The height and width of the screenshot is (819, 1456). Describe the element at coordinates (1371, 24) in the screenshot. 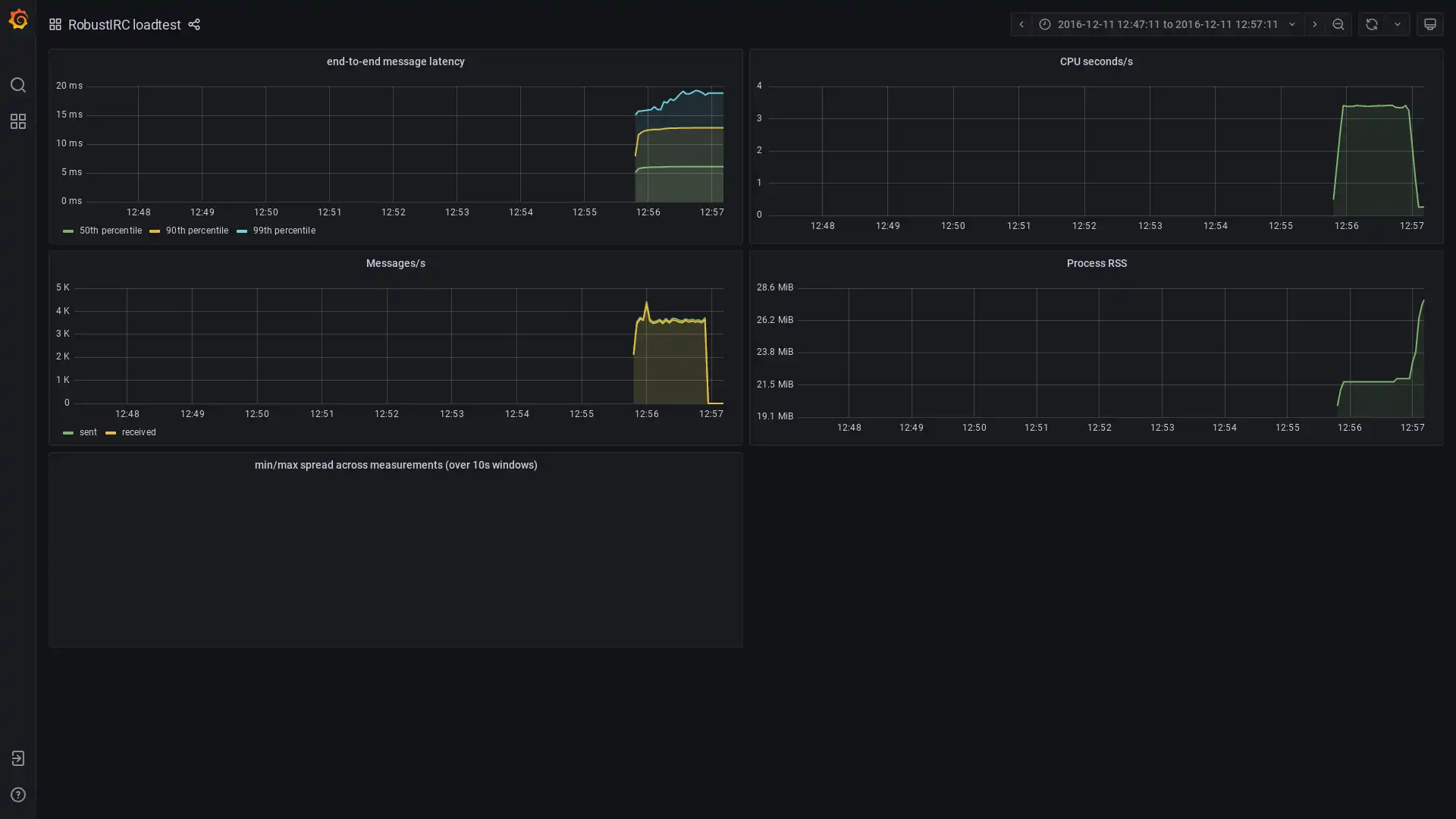

I see `Refresh dashboard` at that location.